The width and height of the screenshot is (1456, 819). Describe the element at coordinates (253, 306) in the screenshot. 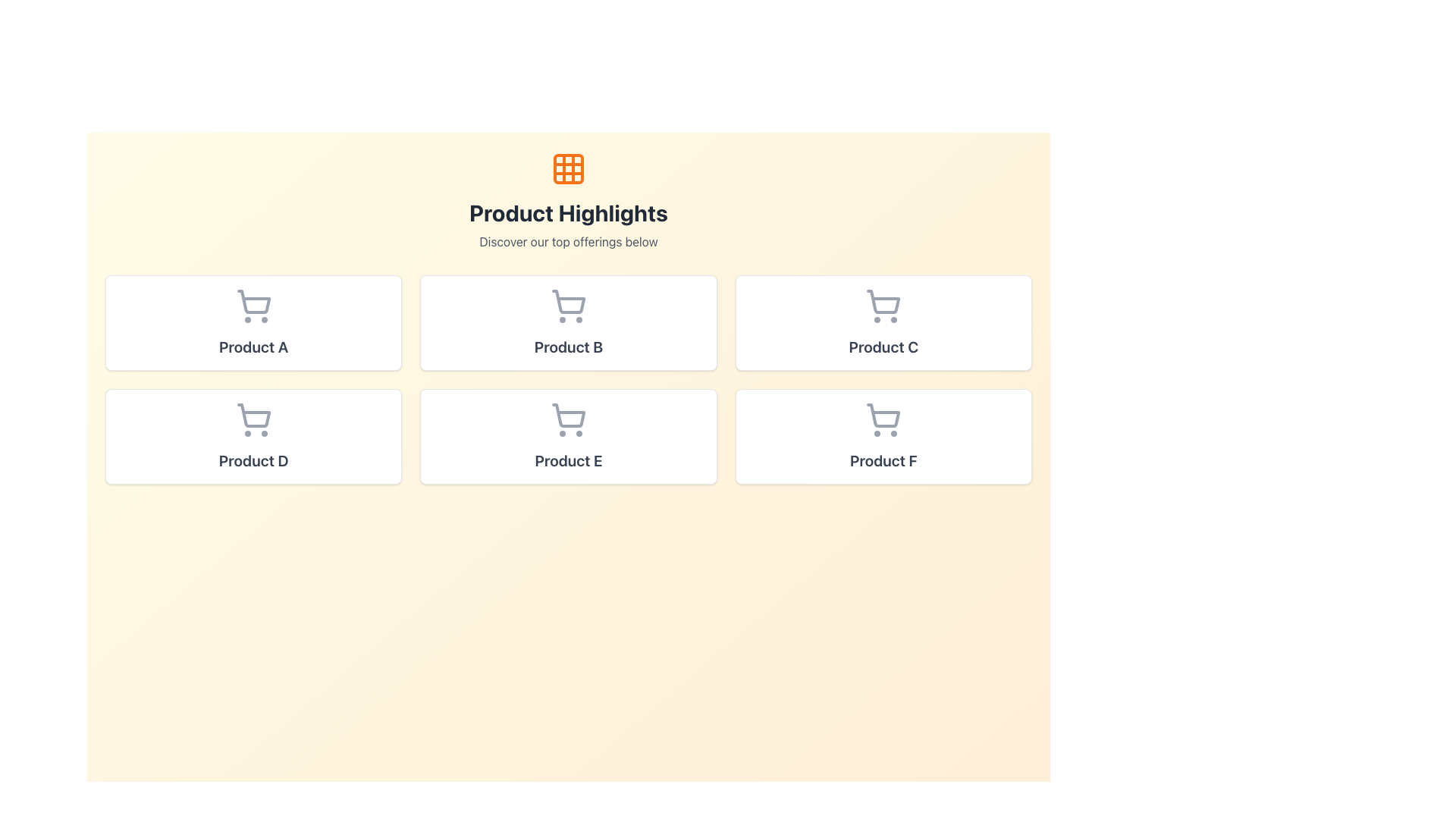

I see `the decorative shopping cart icon located at the top-left section of the grid layout above the text 'Product A'` at that location.